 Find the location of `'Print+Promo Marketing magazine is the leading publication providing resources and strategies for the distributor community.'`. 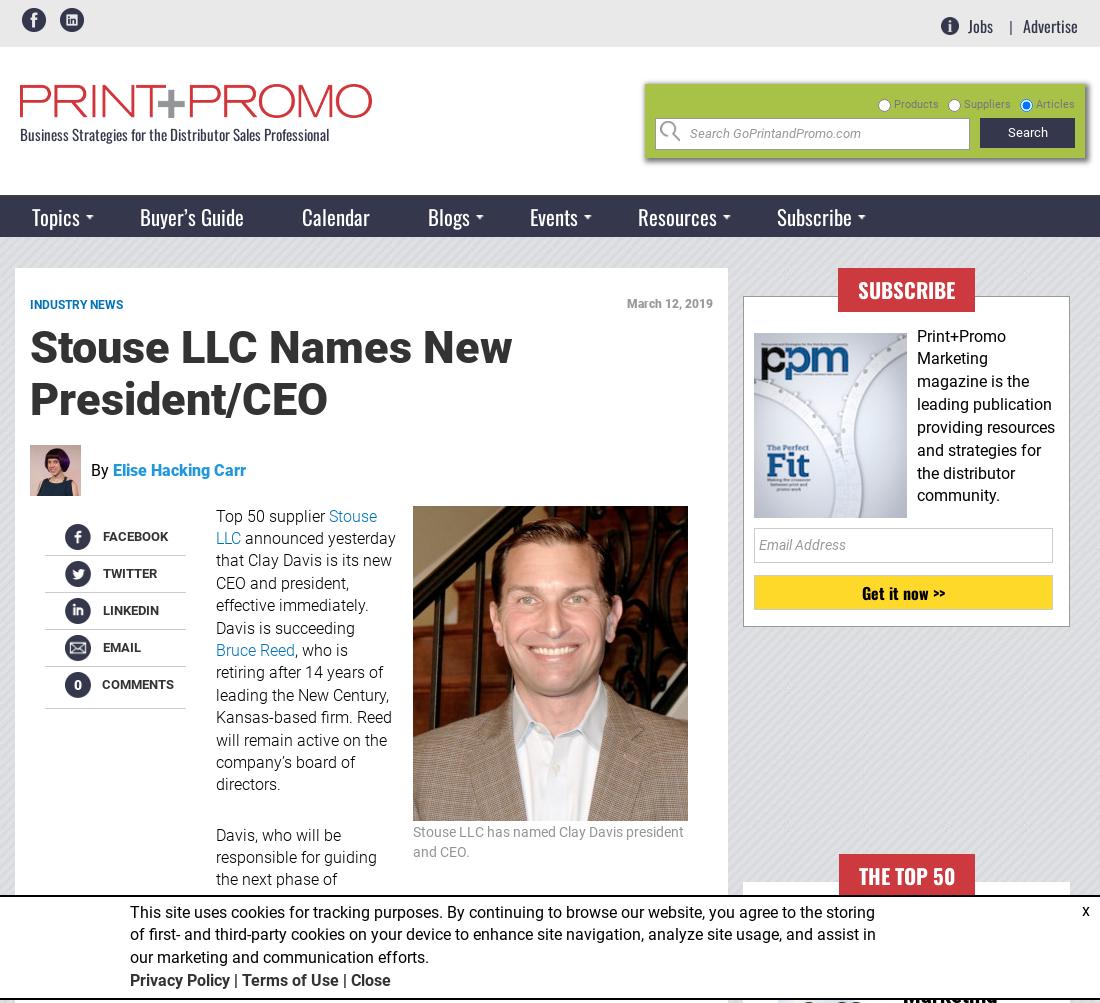

'Print+Promo Marketing magazine is the leading publication providing resources and strategies for the distributor community.' is located at coordinates (985, 415).